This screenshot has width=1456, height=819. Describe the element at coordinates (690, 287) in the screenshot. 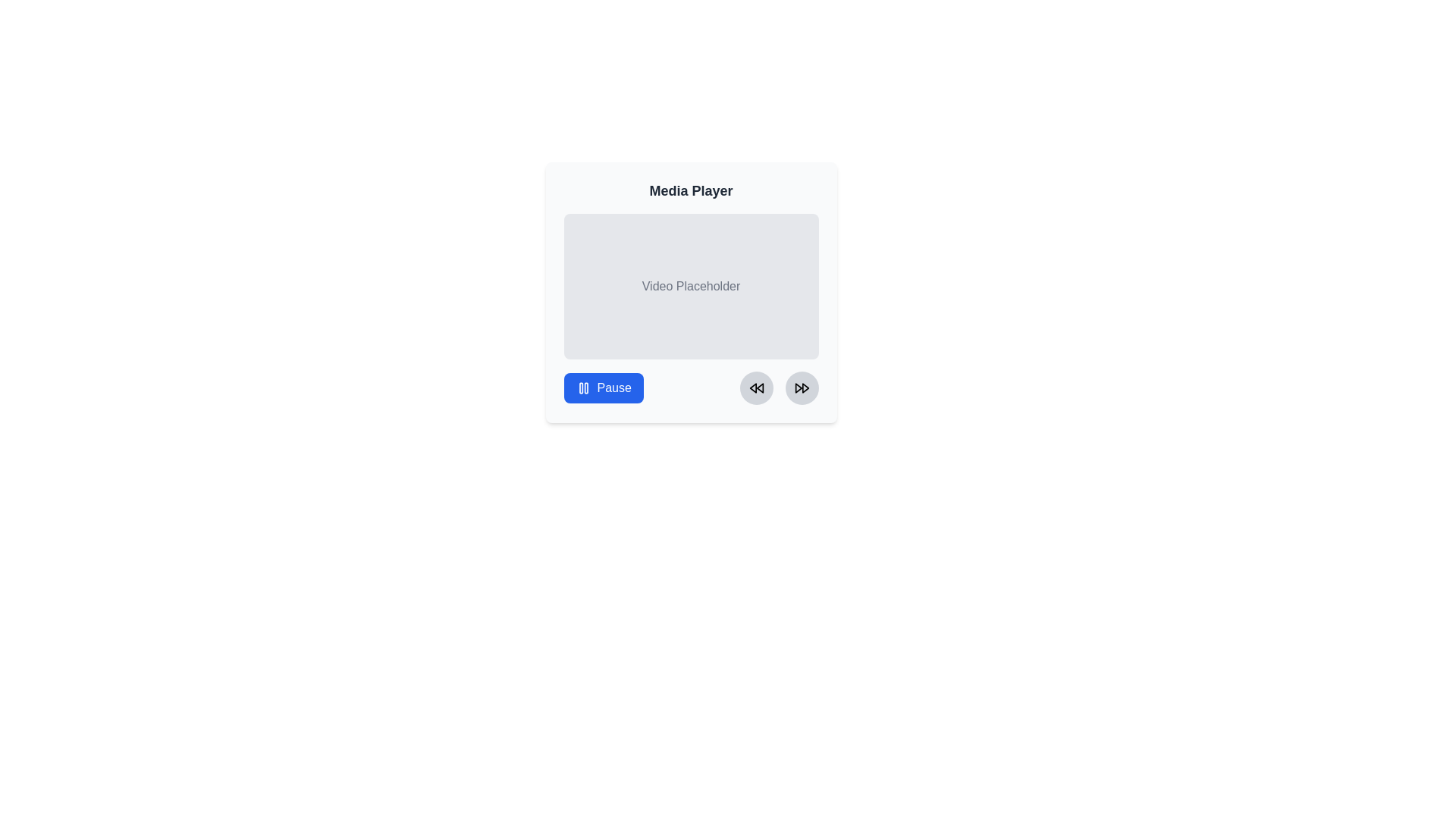

I see `the video display placeholder located below the title 'Media Player' and above the controls area` at that location.